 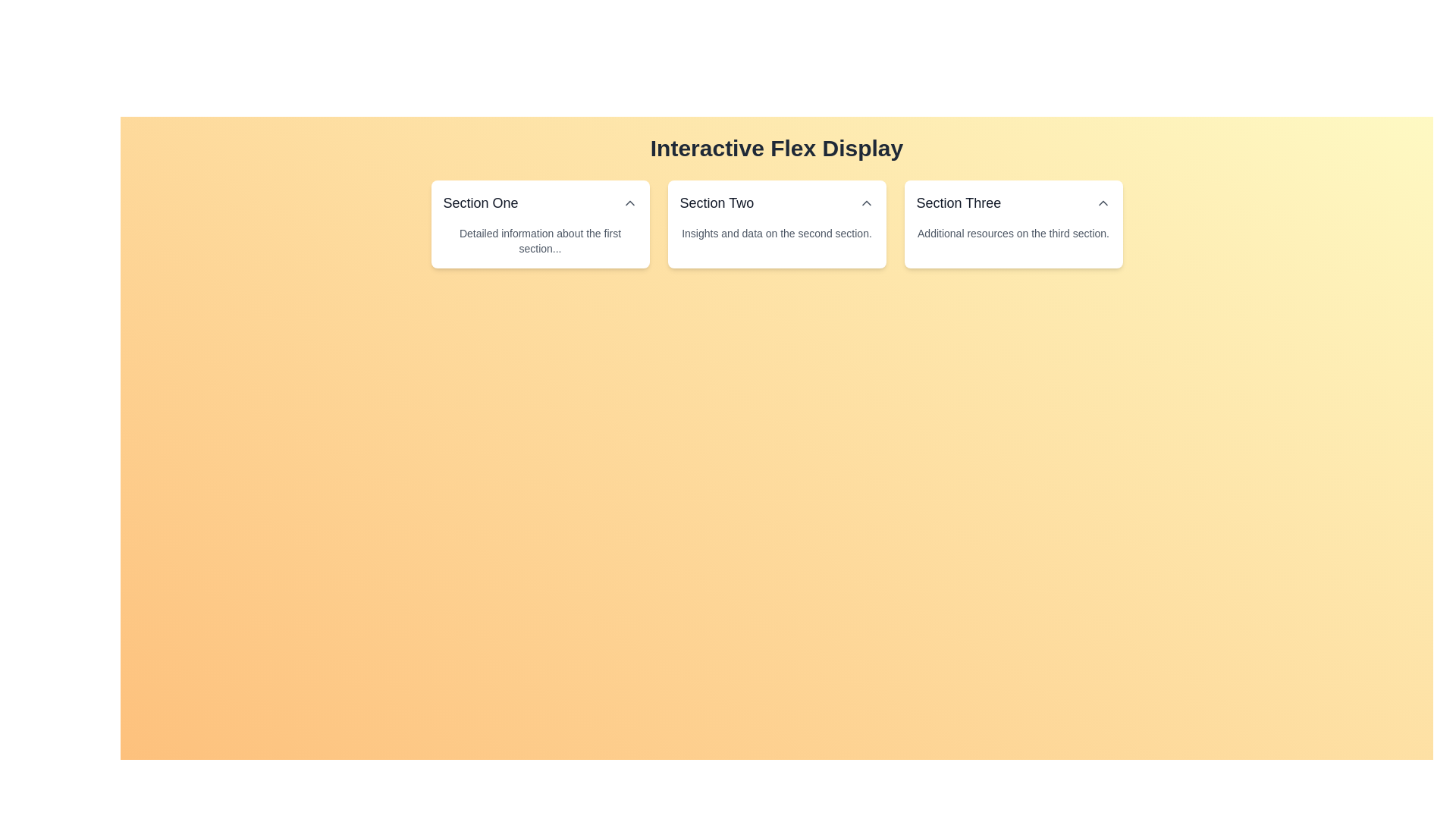 I want to click on the descriptive text element located beneath the title 'Section Two' within the second card of three horizontally aligned cards, so click(x=777, y=234).